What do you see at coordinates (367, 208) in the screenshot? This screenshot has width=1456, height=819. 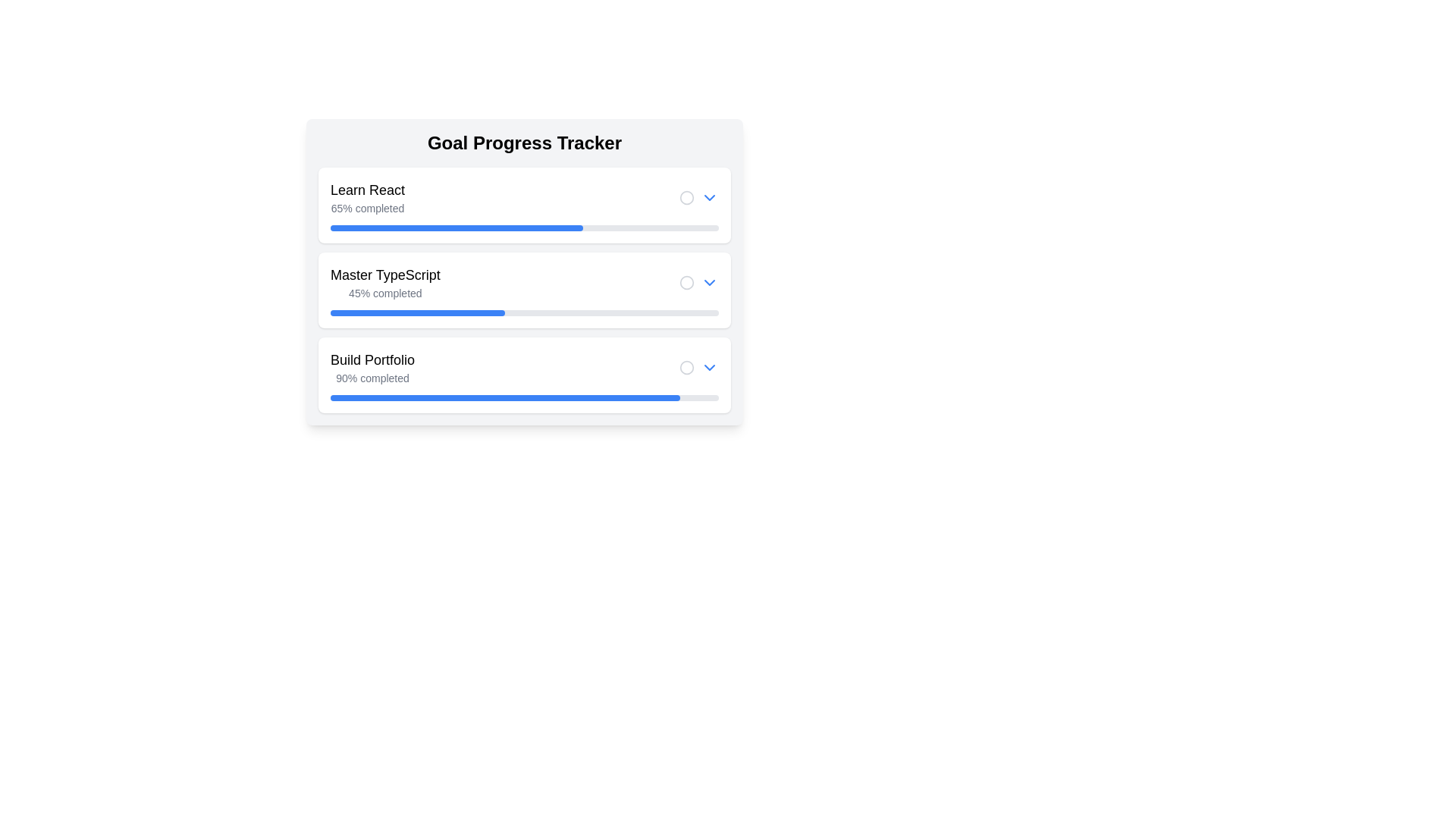 I see `the Text Display showing '65% completed' progress status, which is styled in light gray and located under 'Learn React'` at bounding box center [367, 208].